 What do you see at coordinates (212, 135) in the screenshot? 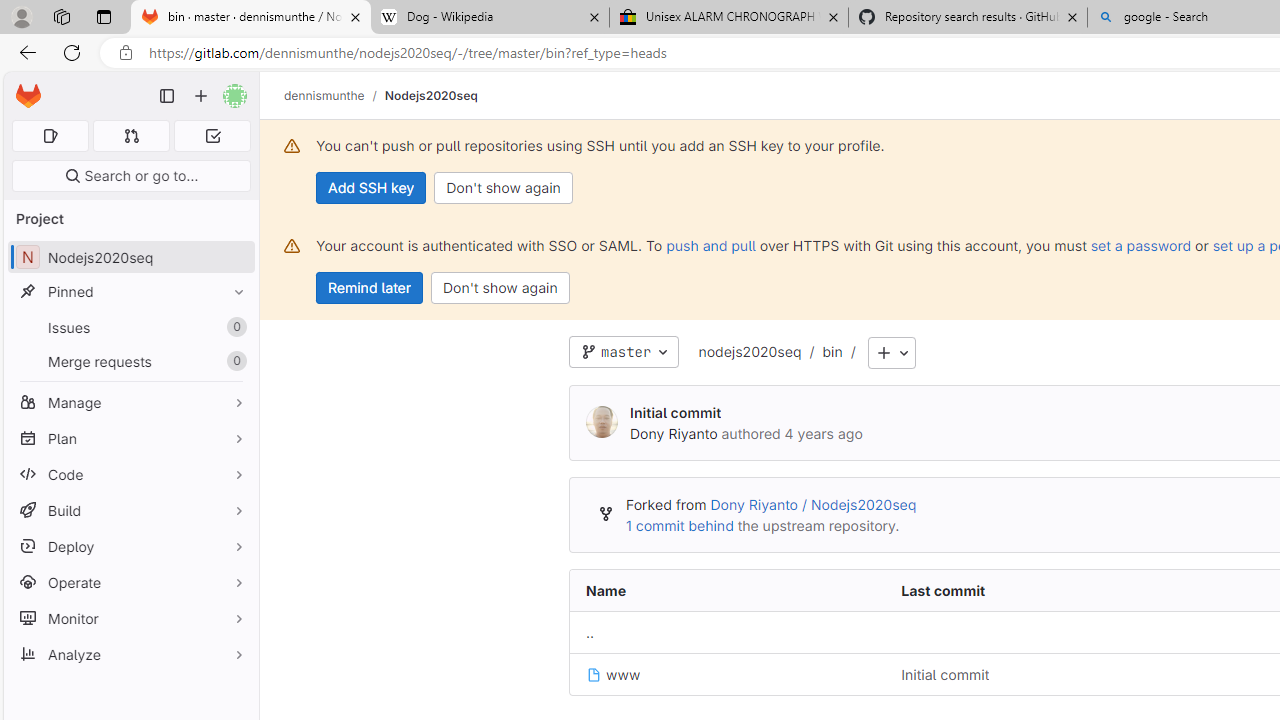
I see `'To-Do list 0'` at bounding box center [212, 135].